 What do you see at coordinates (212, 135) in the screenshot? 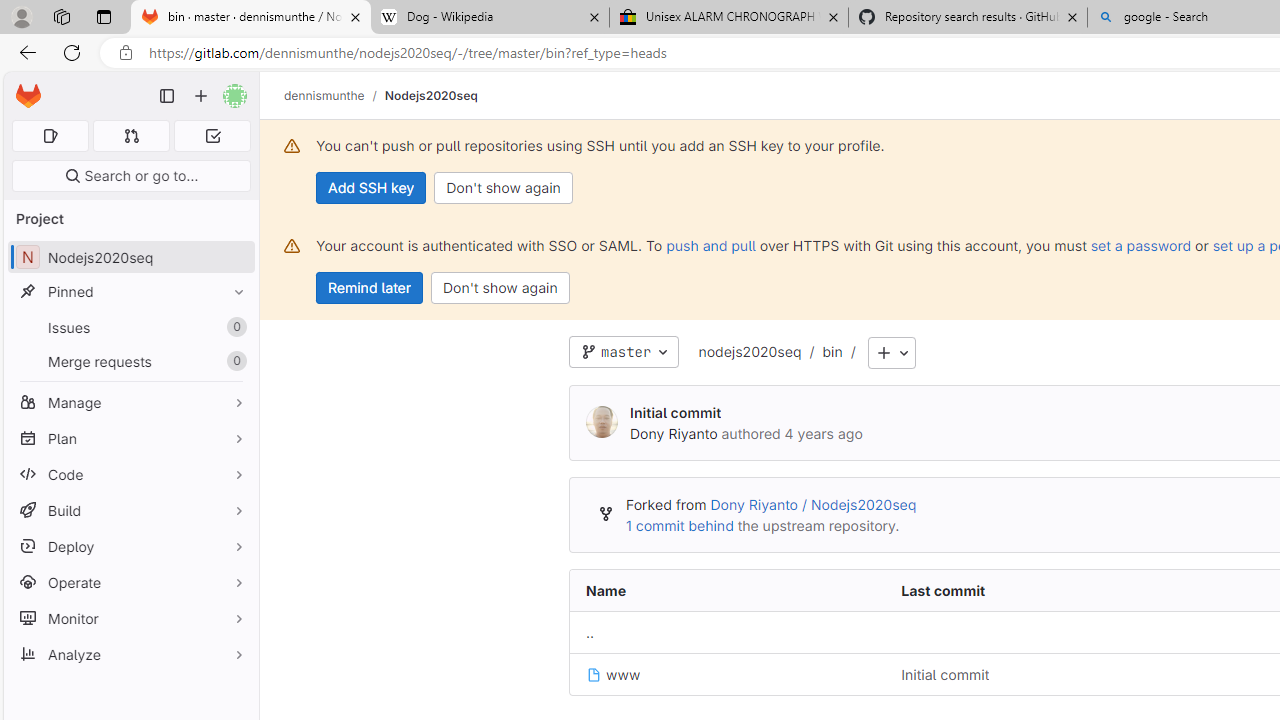
I see `'To-Do list 0'` at bounding box center [212, 135].